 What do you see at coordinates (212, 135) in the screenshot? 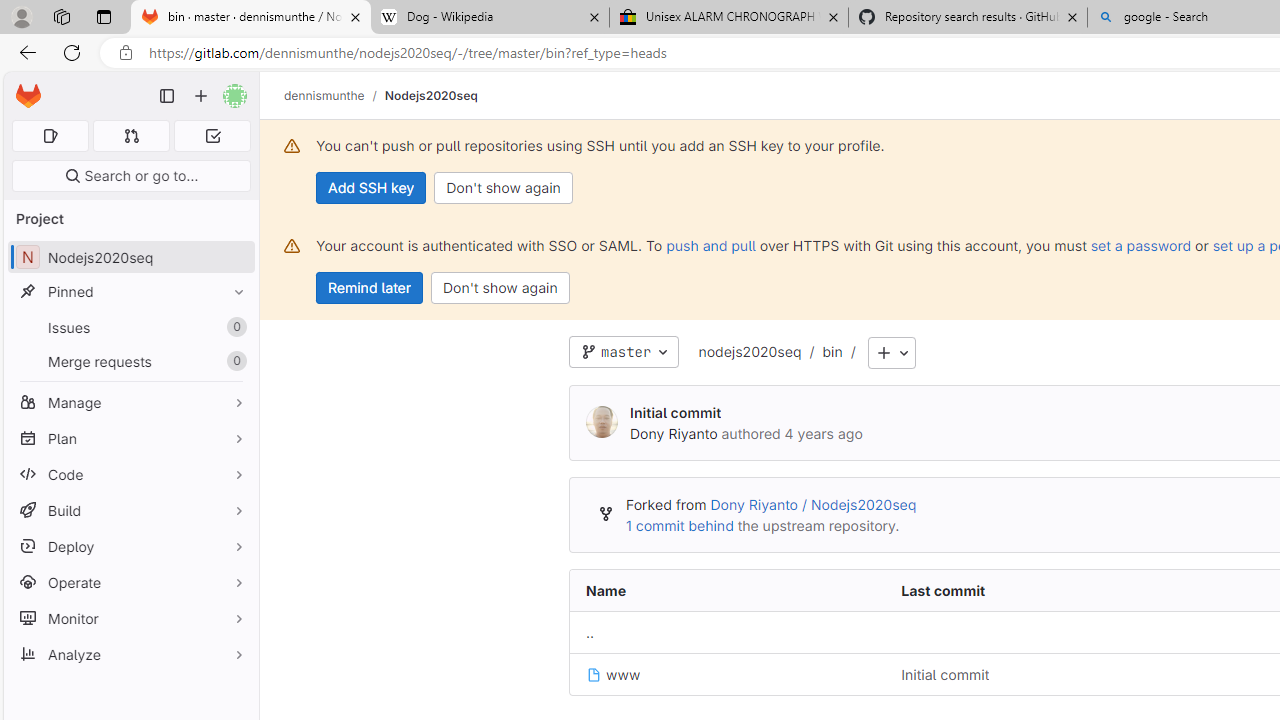
I see `'To-Do list 0'` at bounding box center [212, 135].